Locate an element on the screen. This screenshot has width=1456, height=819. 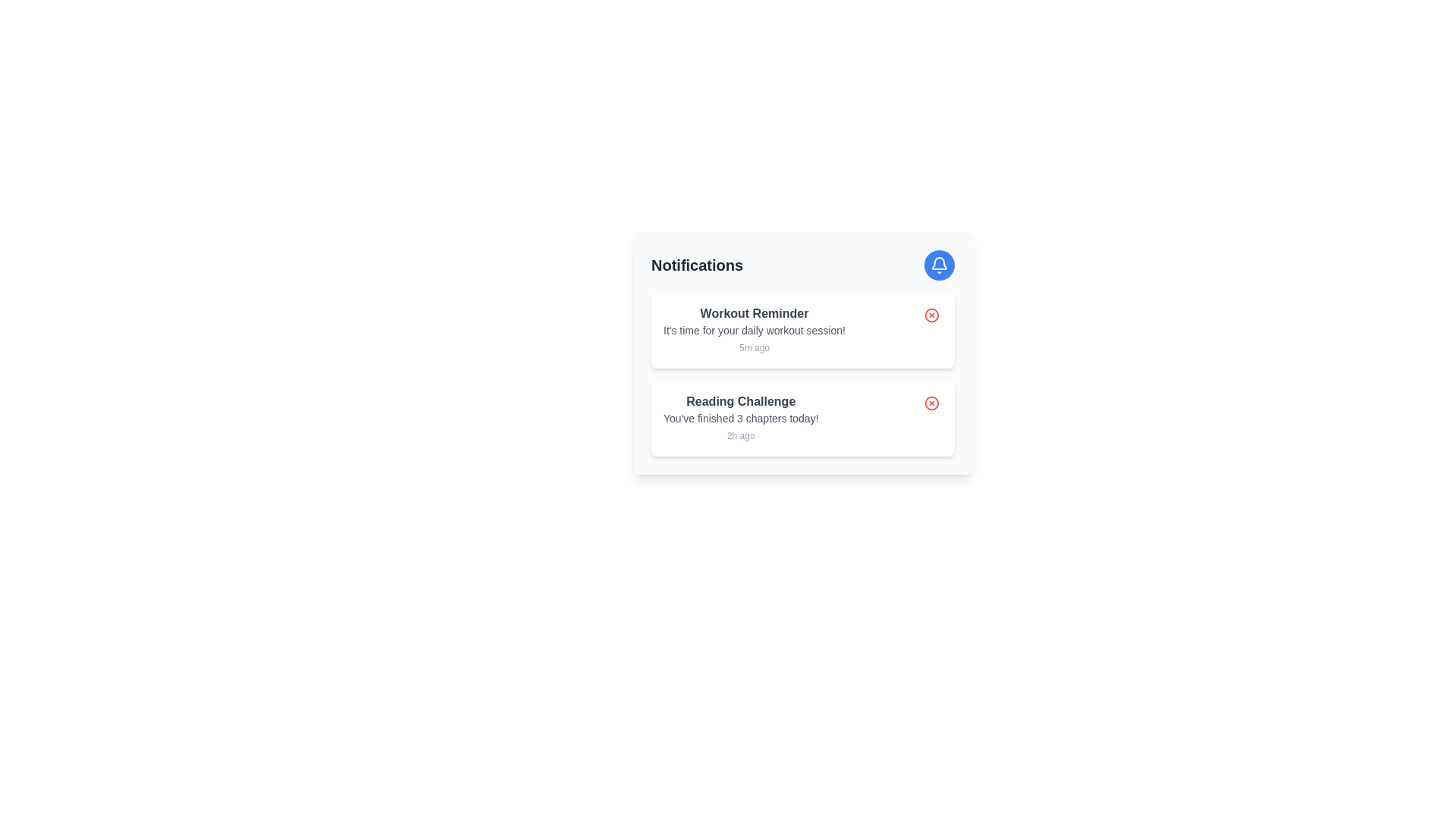
the timestamp text label '5m ago' located in the bottom right corner of the 'Workout Reminder' notification card is located at coordinates (754, 348).